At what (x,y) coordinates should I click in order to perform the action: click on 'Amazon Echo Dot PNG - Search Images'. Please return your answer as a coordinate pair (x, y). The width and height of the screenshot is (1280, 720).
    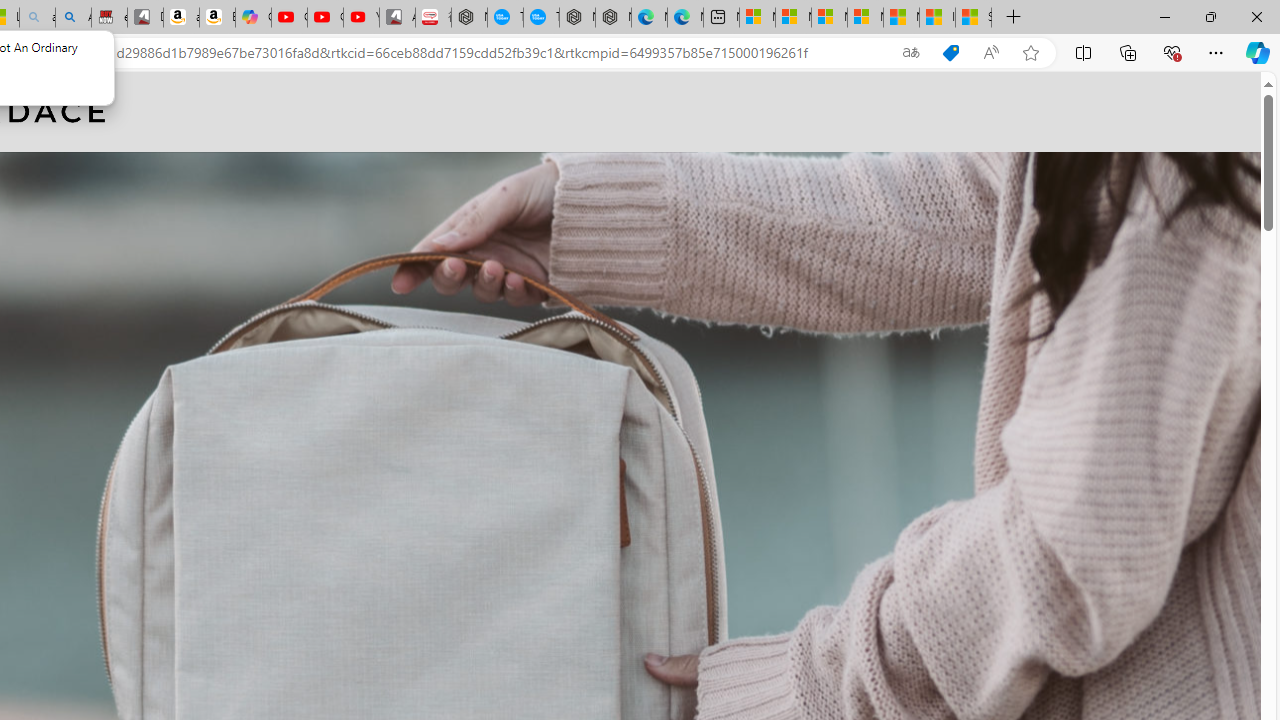
    Looking at the image, I should click on (73, 17).